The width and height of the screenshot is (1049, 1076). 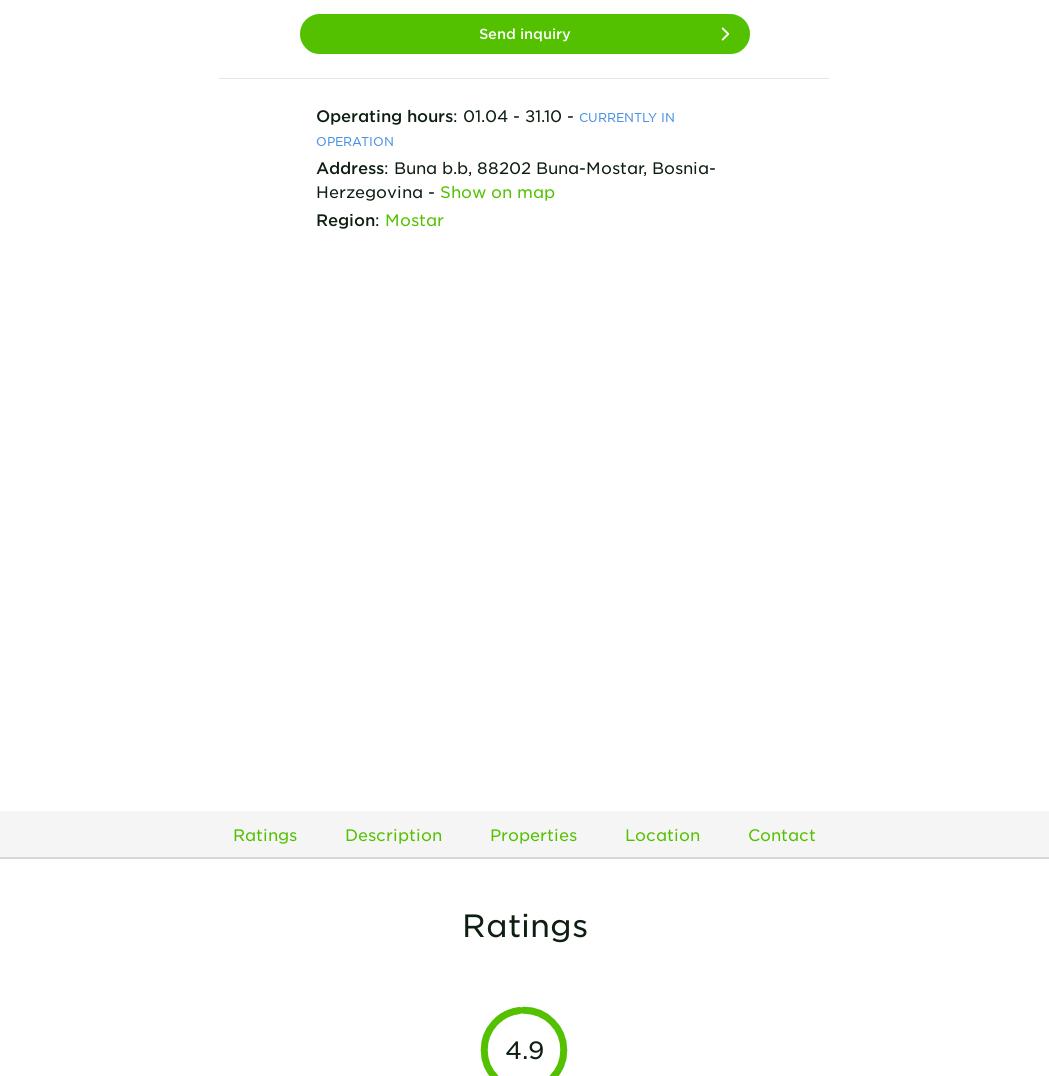 I want to click on 'currently in operation', so click(x=493, y=127).